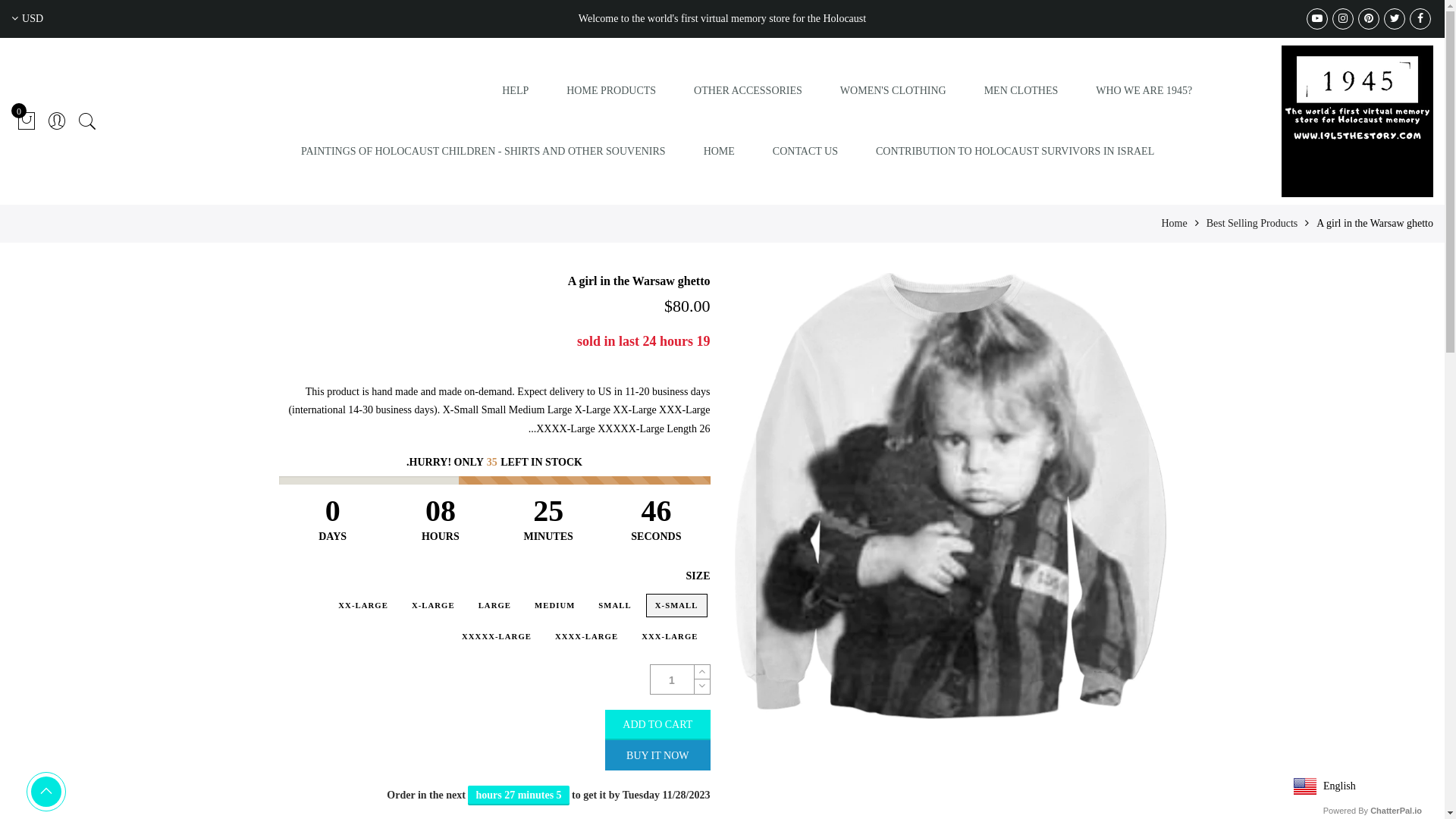 This screenshot has width=1456, height=819. I want to click on 'ADD TO CART', so click(657, 724).